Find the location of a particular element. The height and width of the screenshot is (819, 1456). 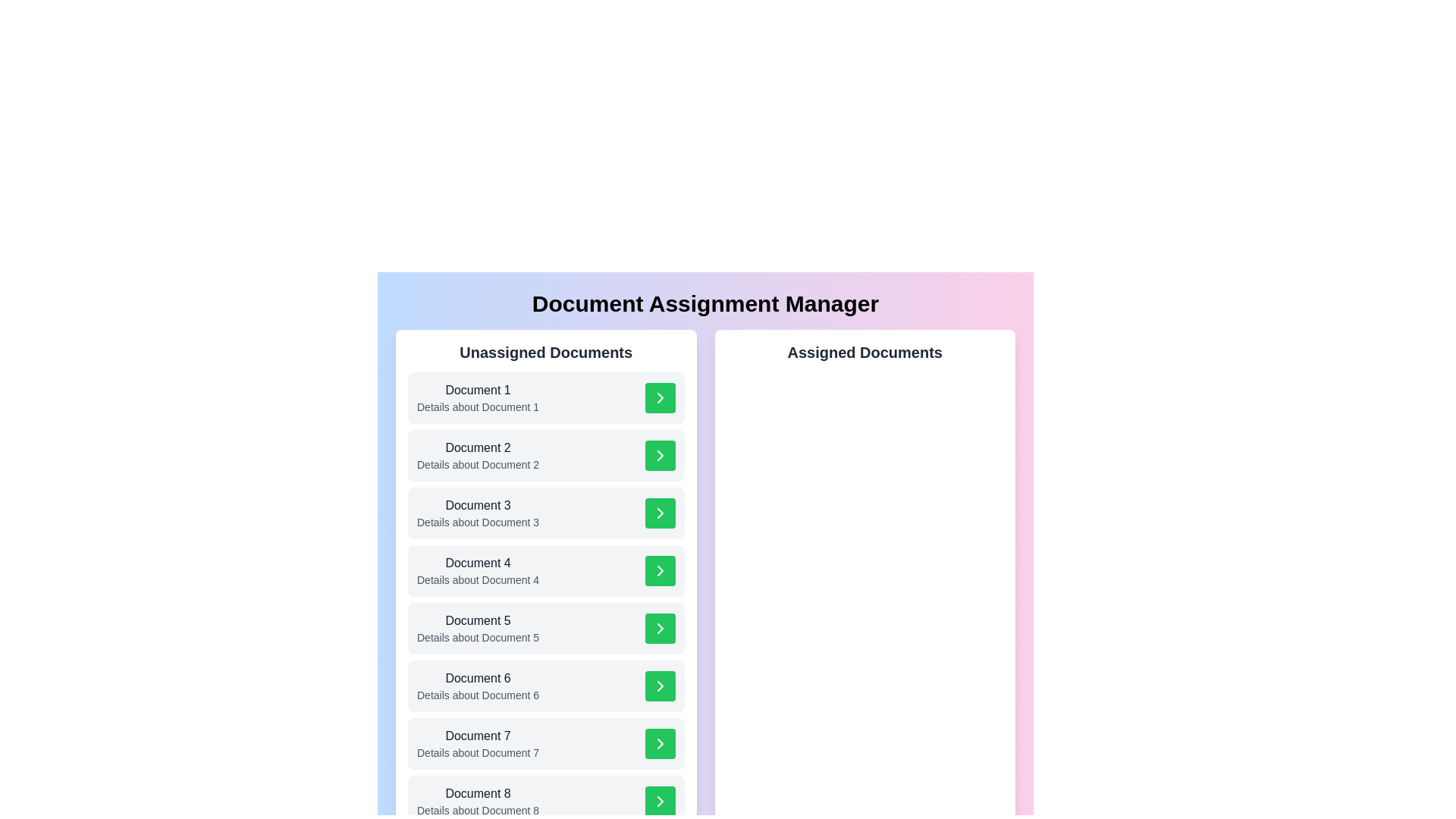

the right-facing chevron arrow icon, which is white and located within a green circular button, positioned to the right of the 'Document 1' entry in the 'Unassigned Documents' list is located at coordinates (660, 397).